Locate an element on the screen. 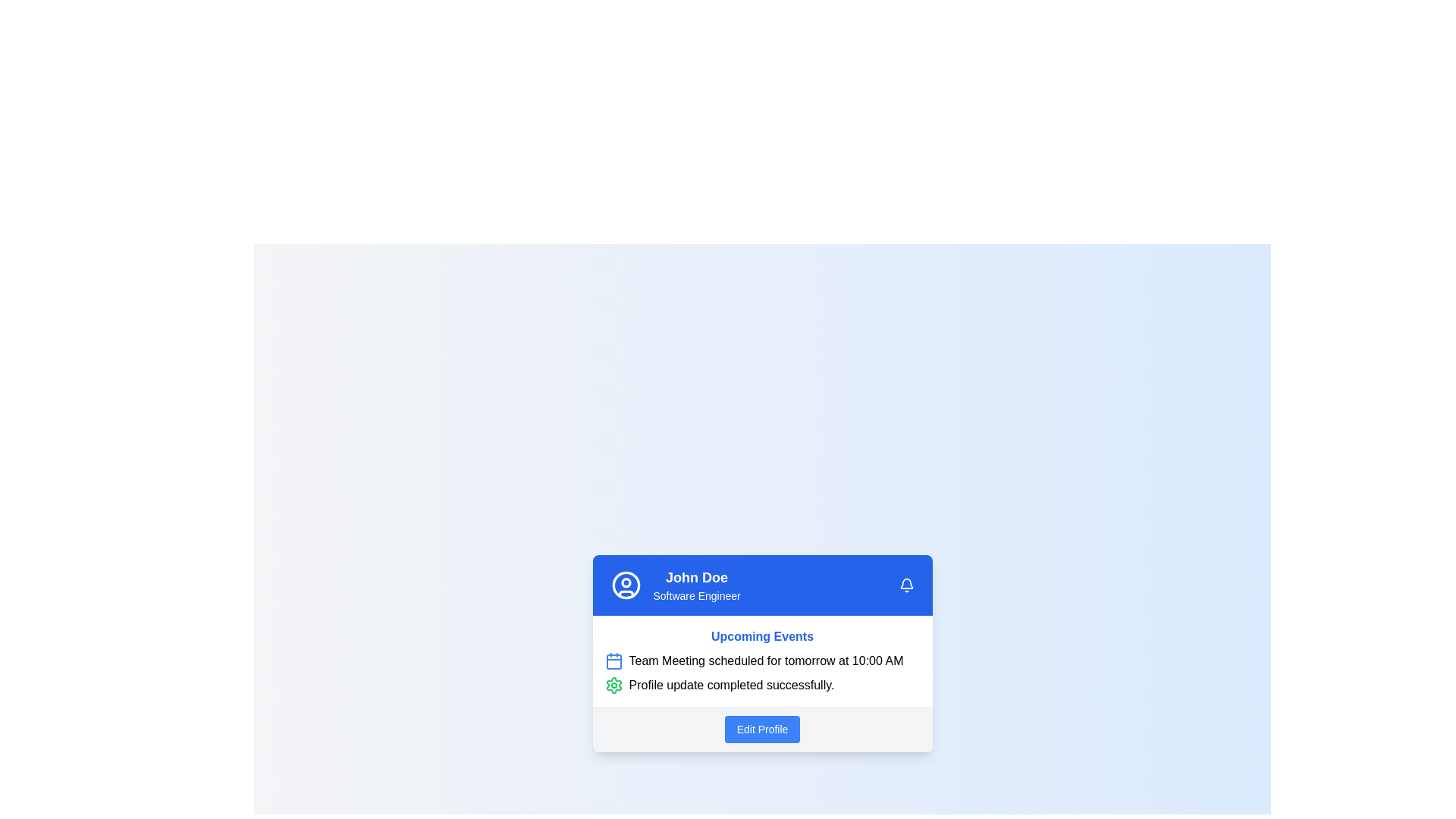 This screenshot has width=1456, height=819. the text label reading 'Team Meeting scheduled for tomorrow at 10:00 AM' located in the 'Upcoming Events' section, aligned with a blue calendar icon is located at coordinates (766, 660).